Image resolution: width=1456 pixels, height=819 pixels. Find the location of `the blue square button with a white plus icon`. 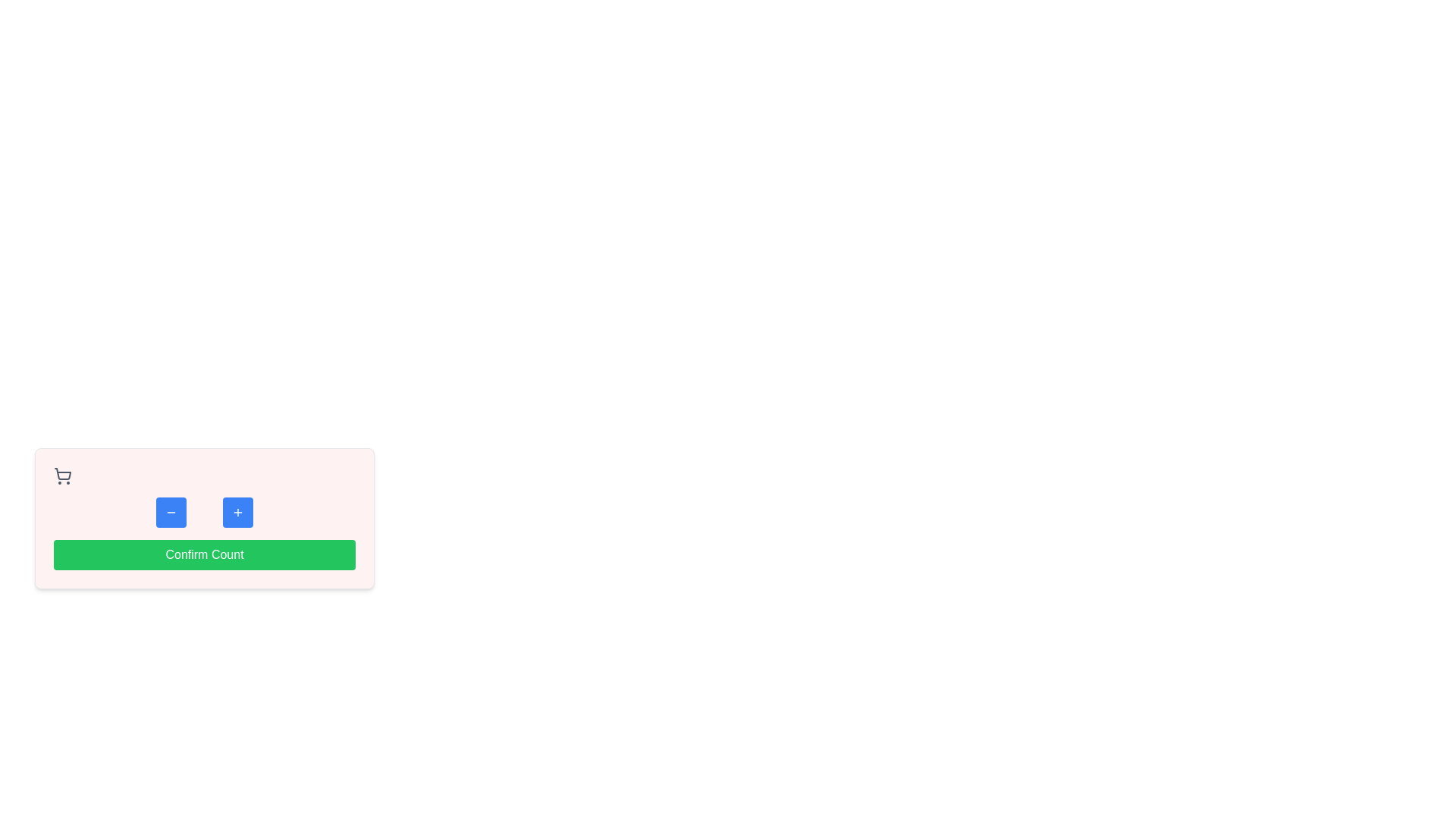

the blue square button with a white plus icon is located at coordinates (237, 512).